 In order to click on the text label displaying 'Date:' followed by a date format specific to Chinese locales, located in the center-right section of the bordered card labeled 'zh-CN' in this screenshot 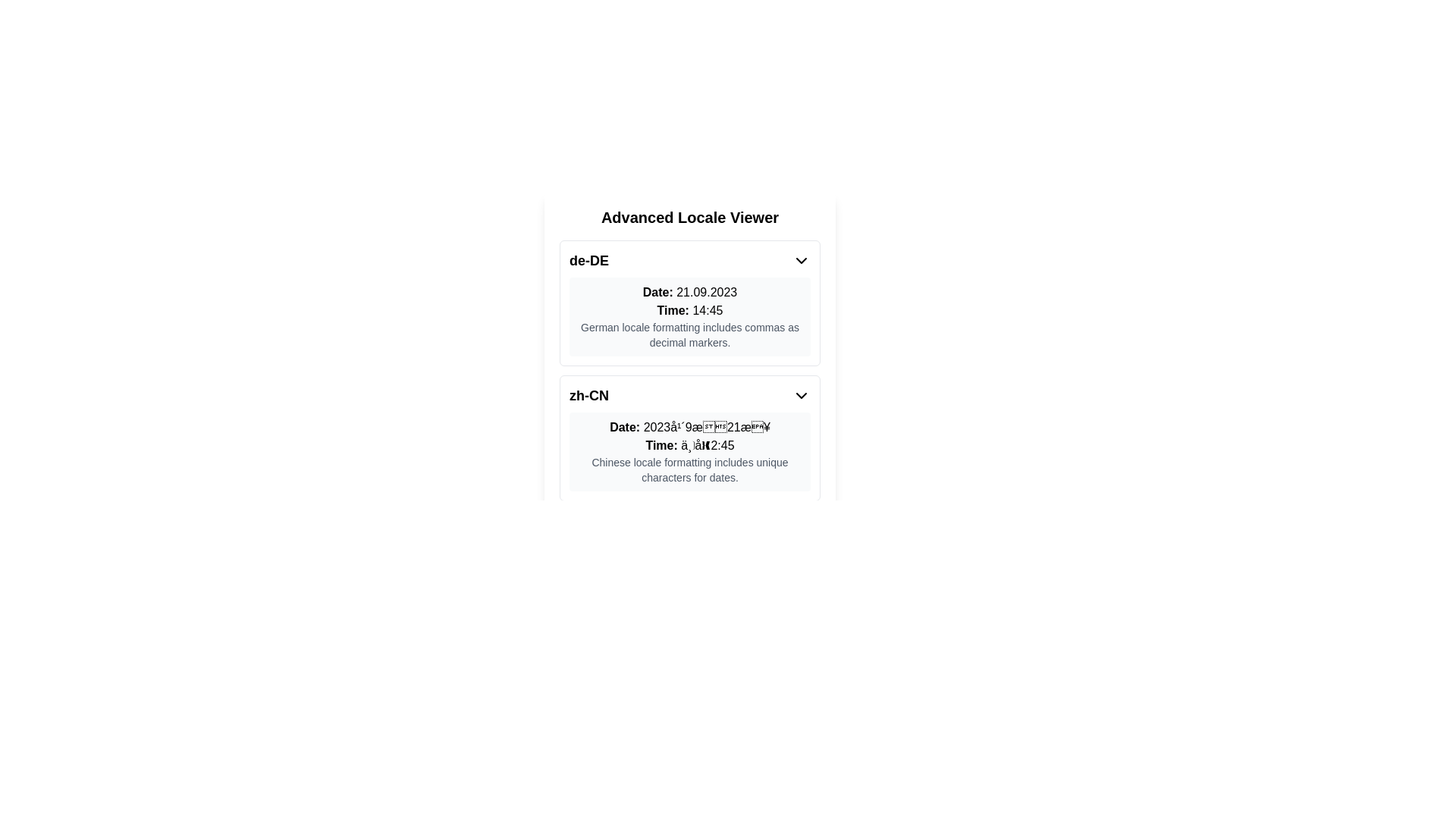, I will do `click(689, 427)`.